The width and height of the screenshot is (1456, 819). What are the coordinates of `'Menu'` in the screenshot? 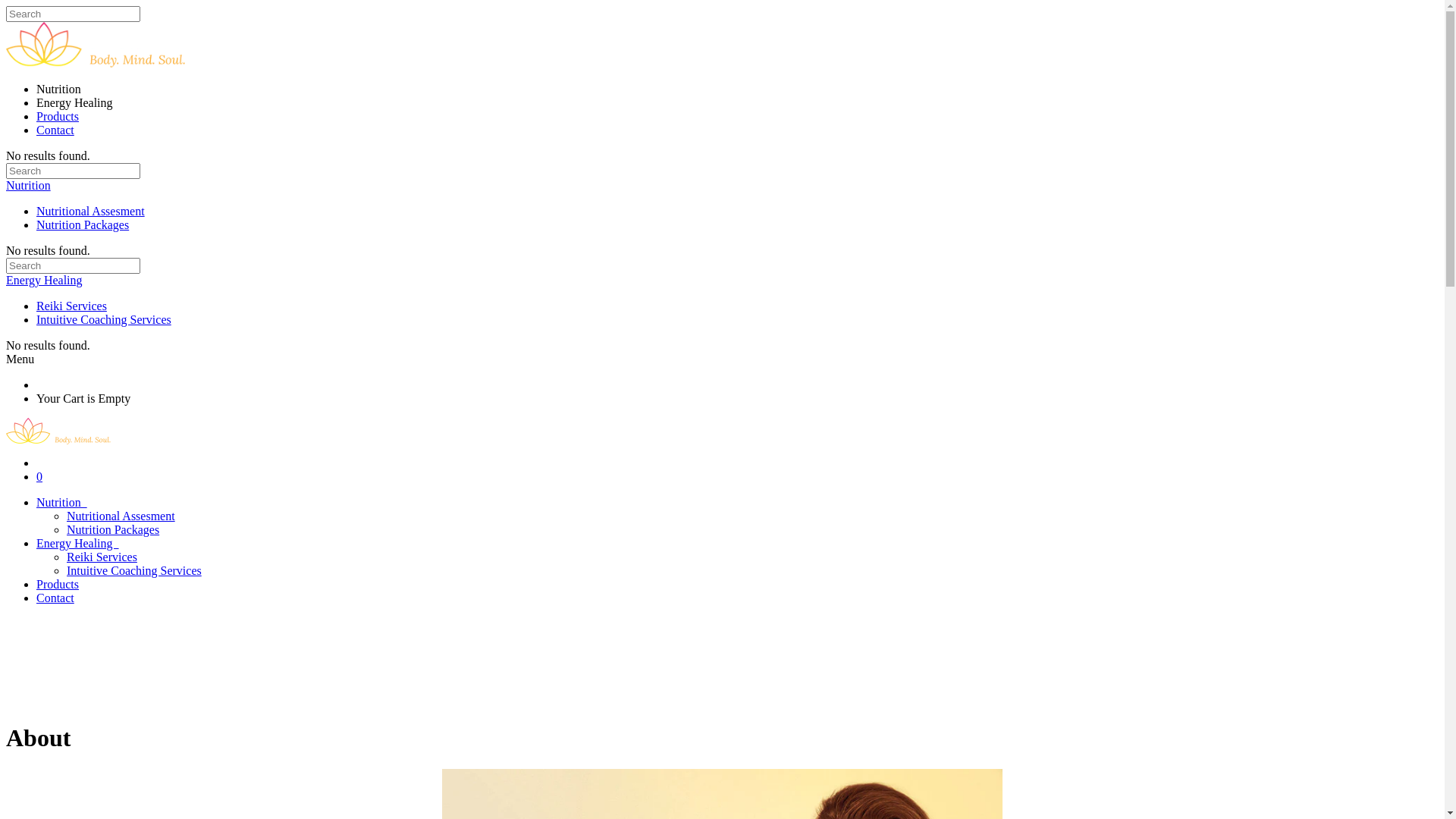 It's located at (20, 359).